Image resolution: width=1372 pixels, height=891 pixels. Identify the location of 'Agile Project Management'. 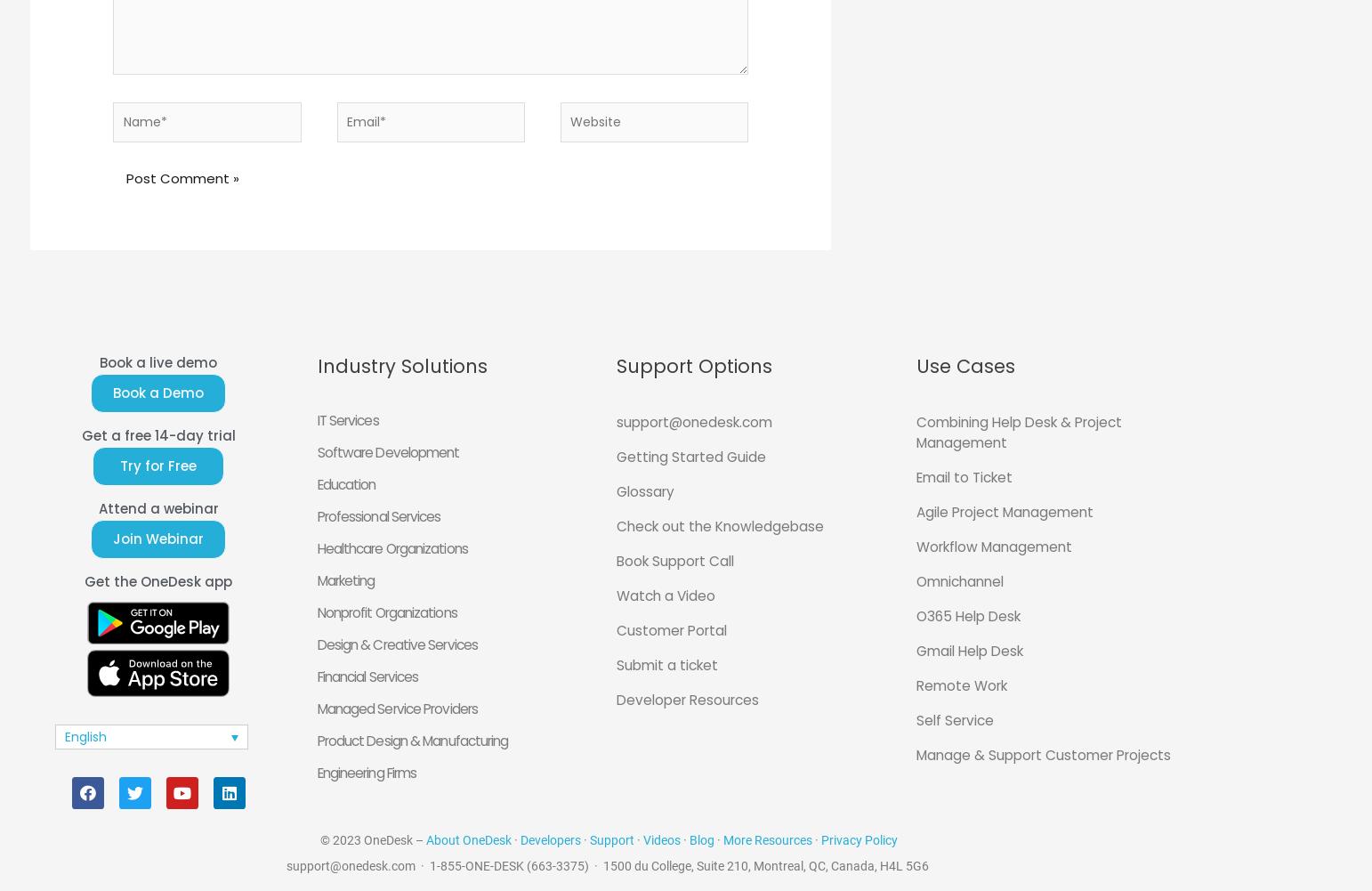
(1003, 512).